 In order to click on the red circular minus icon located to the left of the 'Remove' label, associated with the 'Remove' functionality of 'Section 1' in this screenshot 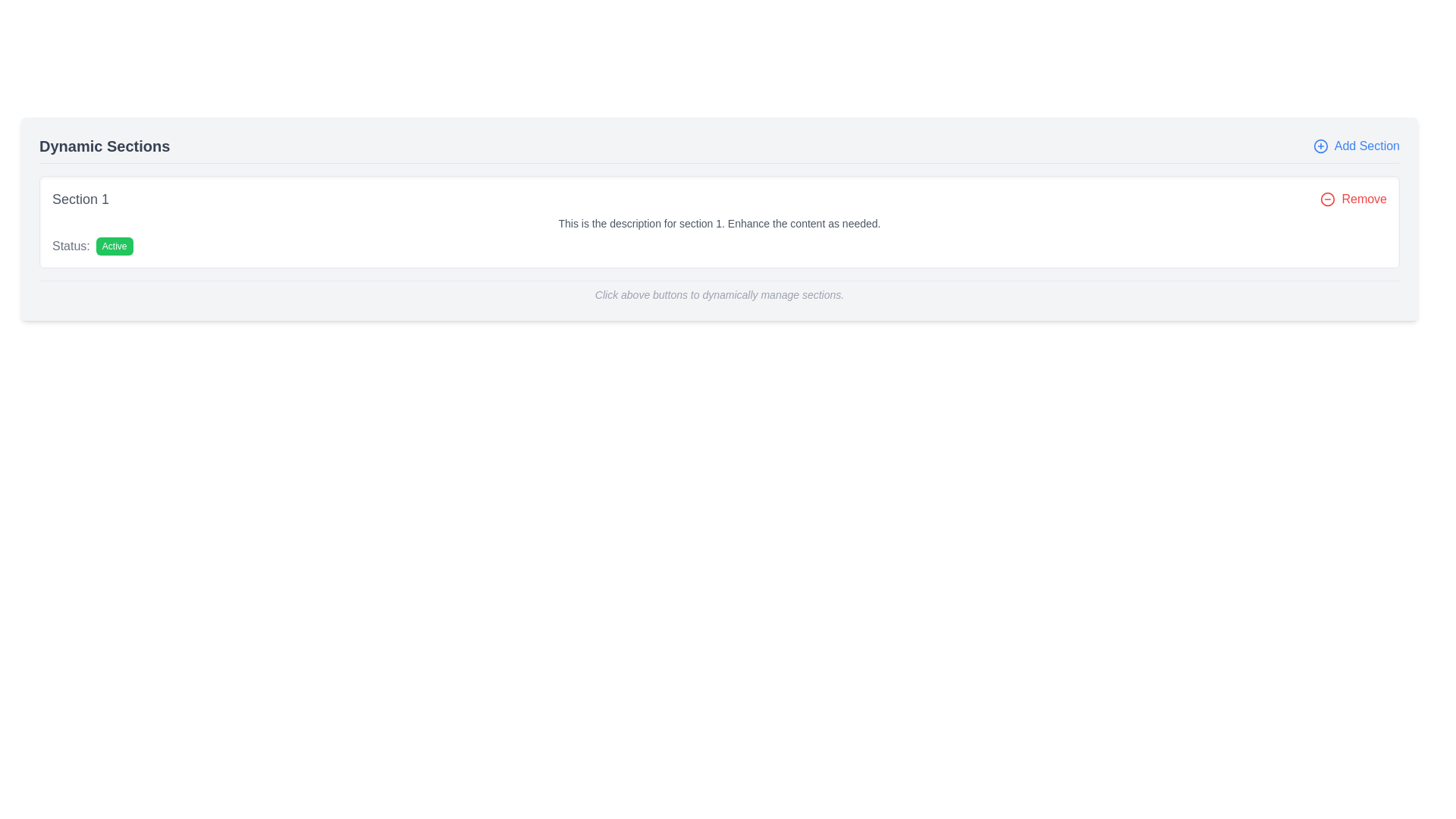, I will do `click(1327, 198)`.